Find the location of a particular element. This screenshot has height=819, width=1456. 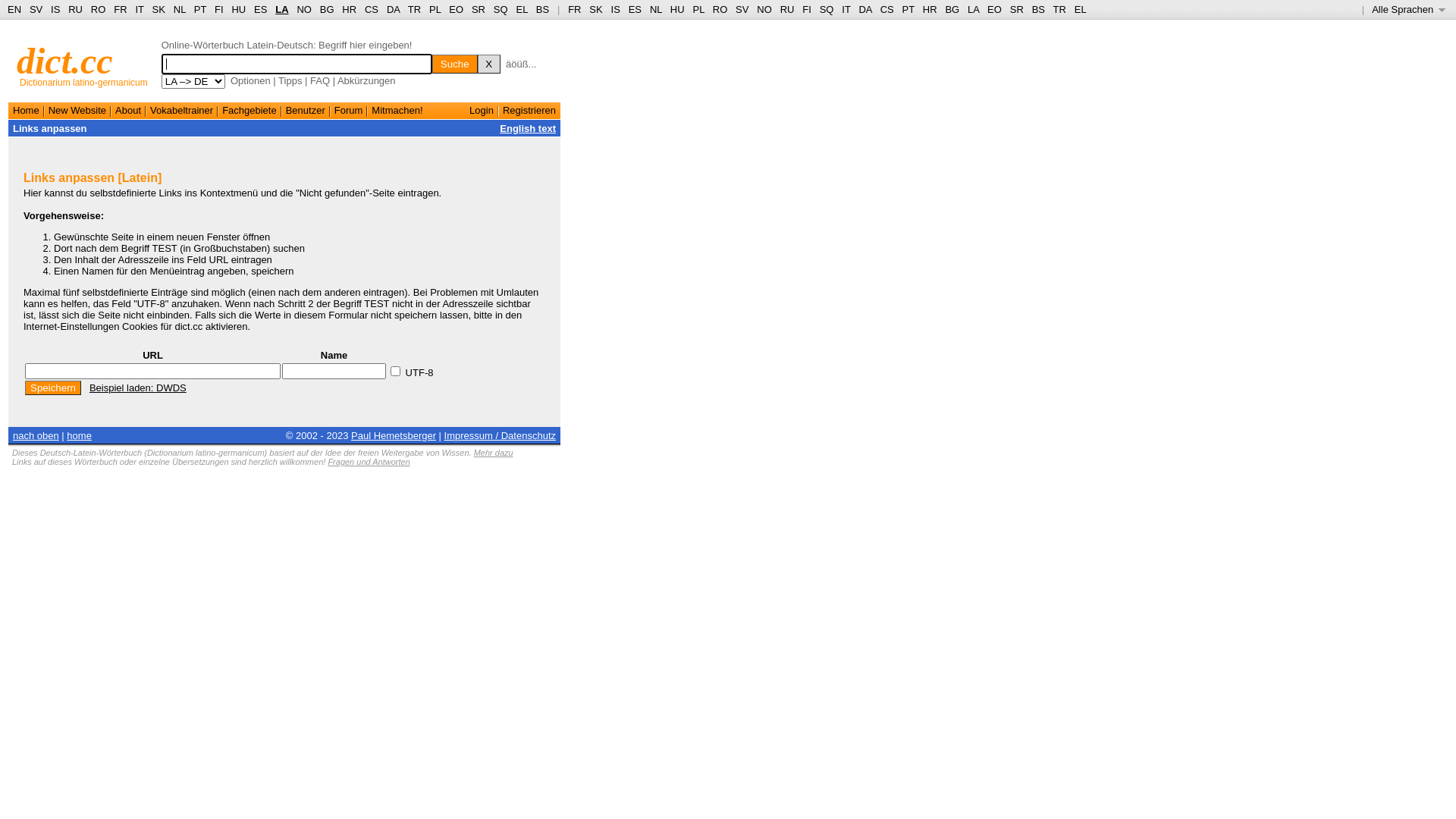

'DA' is located at coordinates (864, 9).